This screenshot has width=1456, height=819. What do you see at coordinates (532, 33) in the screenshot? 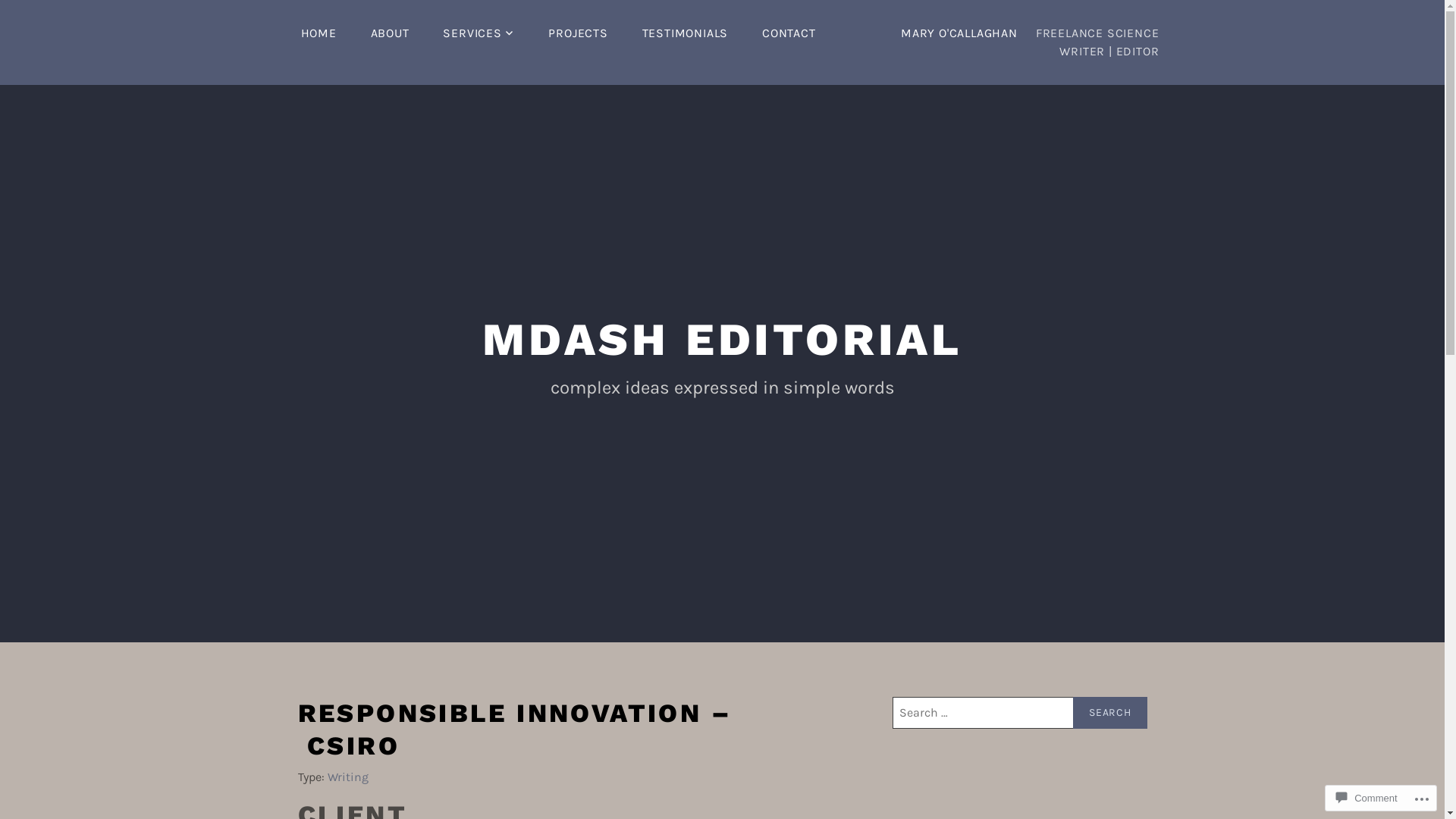
I see `'PROJECTS'` at bounding box center [532, 33].